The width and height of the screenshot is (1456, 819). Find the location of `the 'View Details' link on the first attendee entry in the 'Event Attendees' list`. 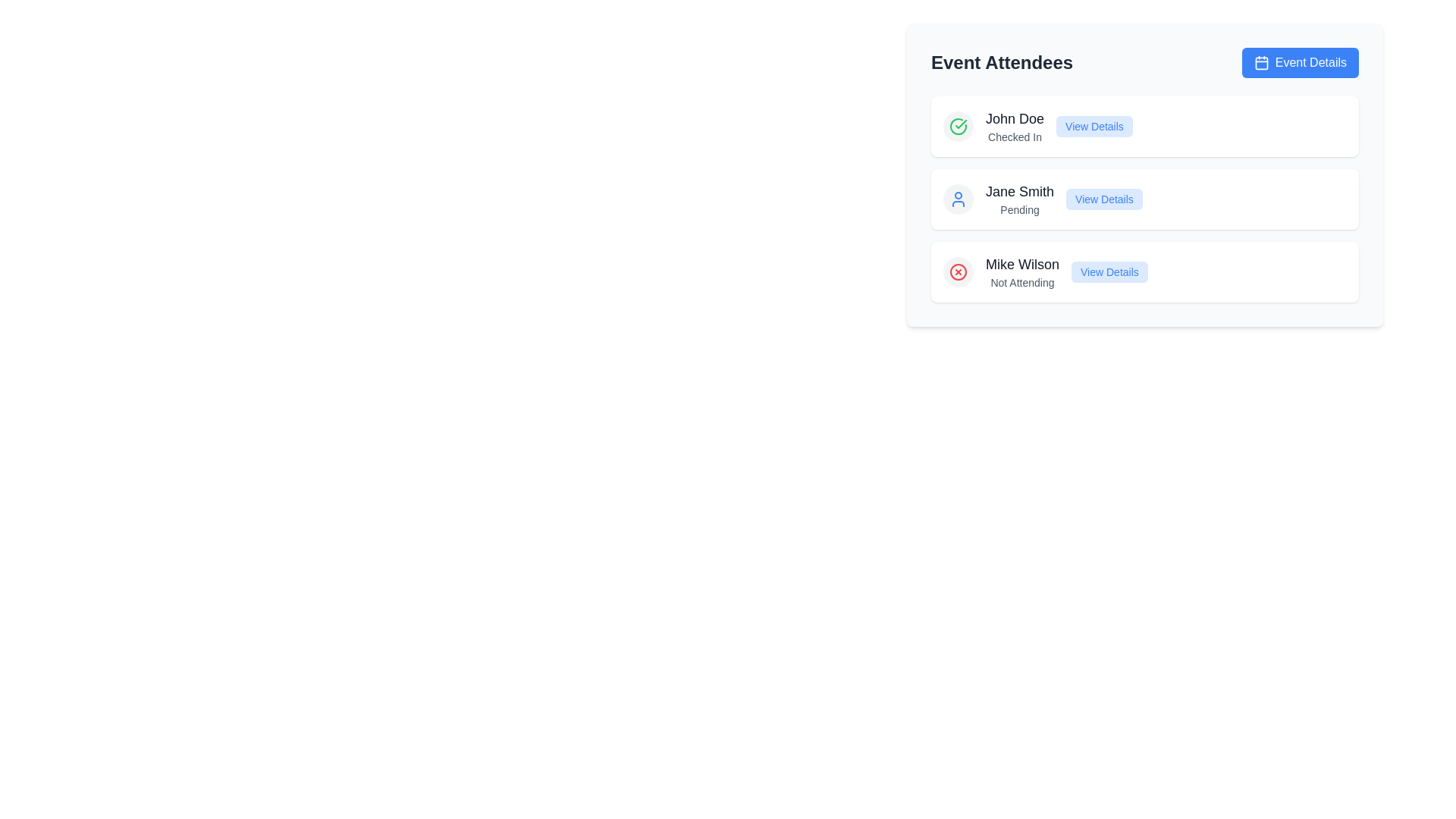

the 'View Details' link on the first attendee entry in the 'Event Attendees' list is located at coordinates (1145, 125).